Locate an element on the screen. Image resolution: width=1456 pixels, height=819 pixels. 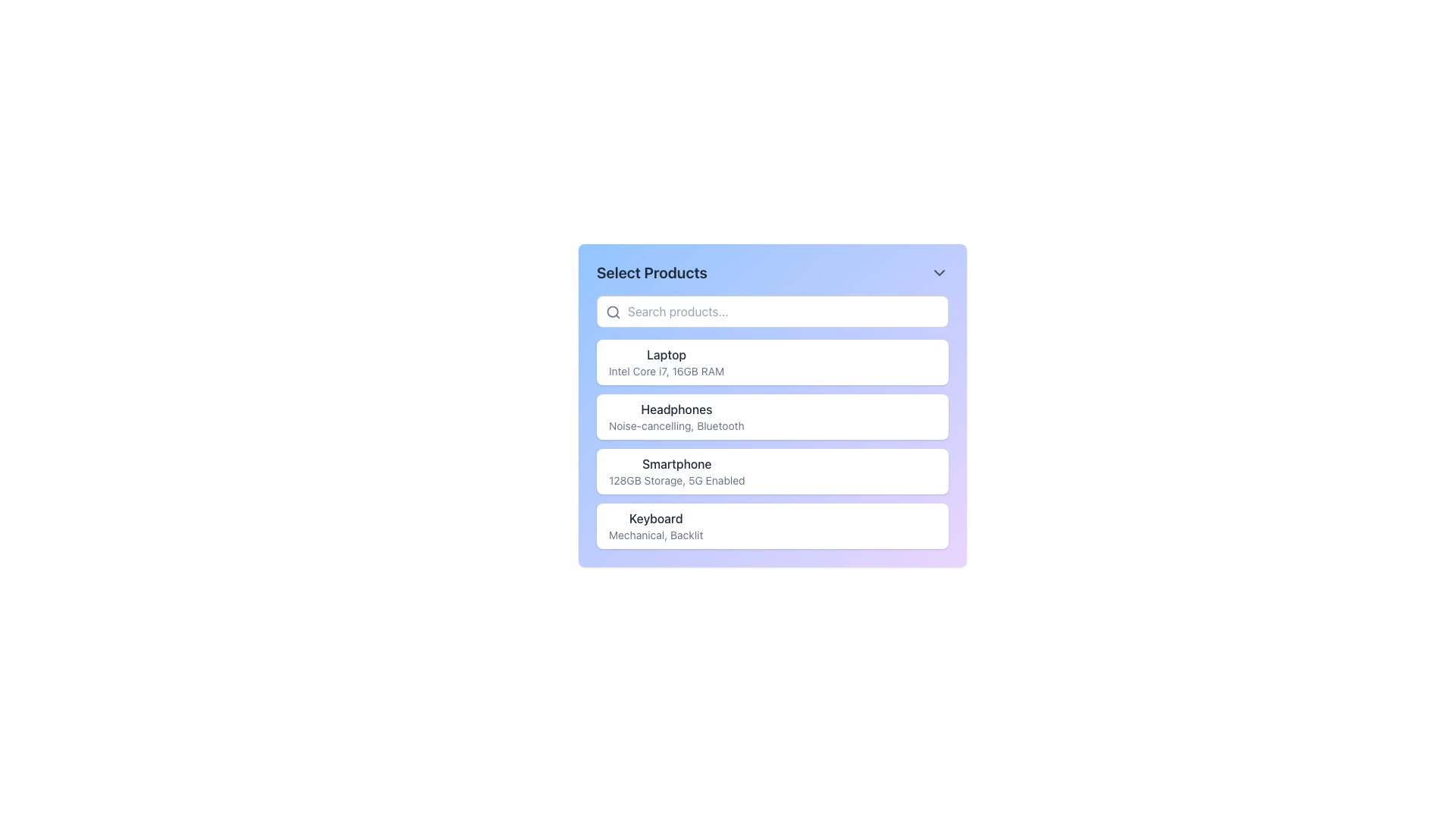
text information from the Text Label indicating a keyboard with mechanical and backlit features, which is the third item in a vertically stacked list within a card layout is located at coordinates (656, 526).